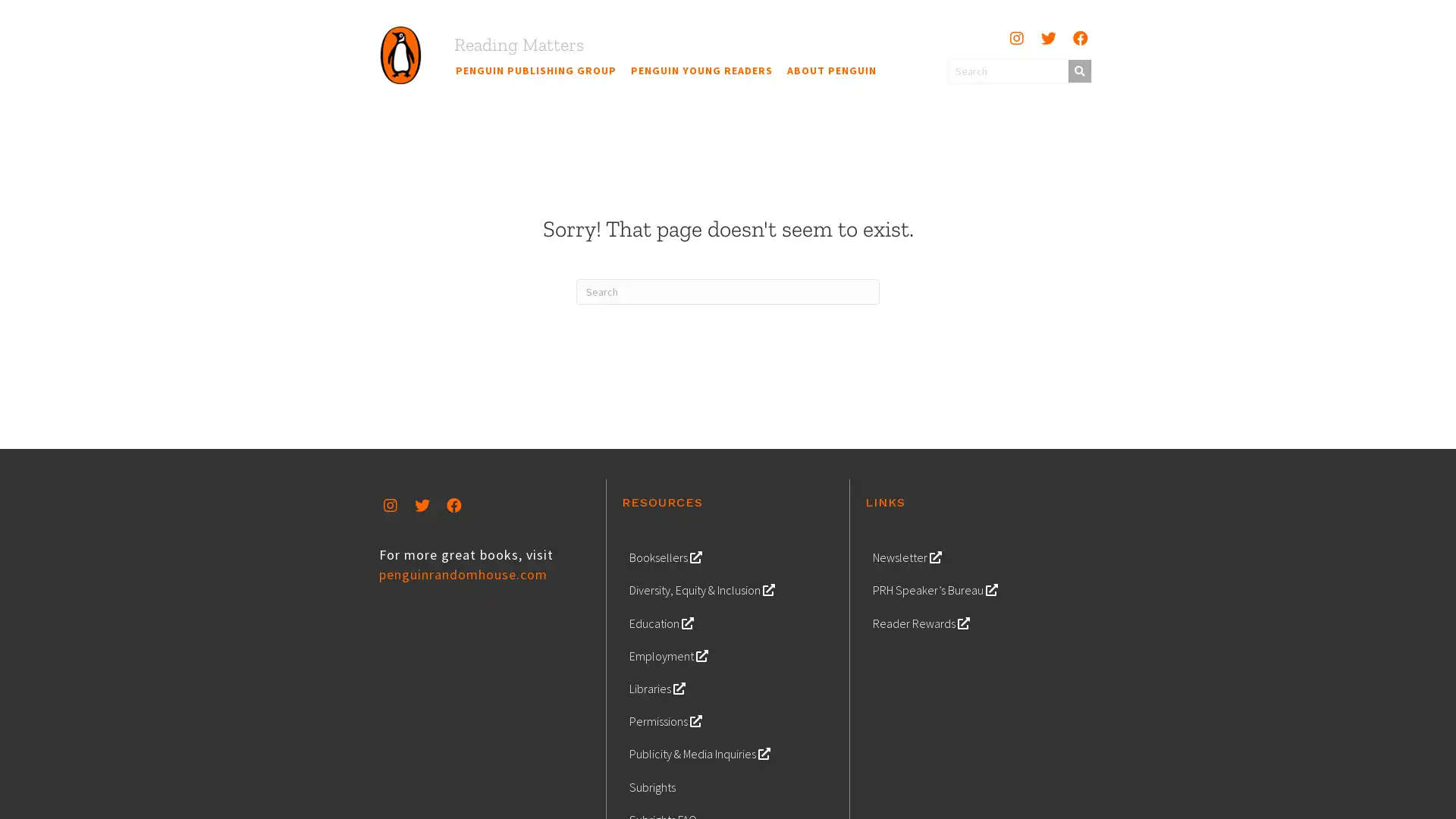 The height and width of the screenshot is (819, 1456). I want to click on Facebook, so click(453, 505).